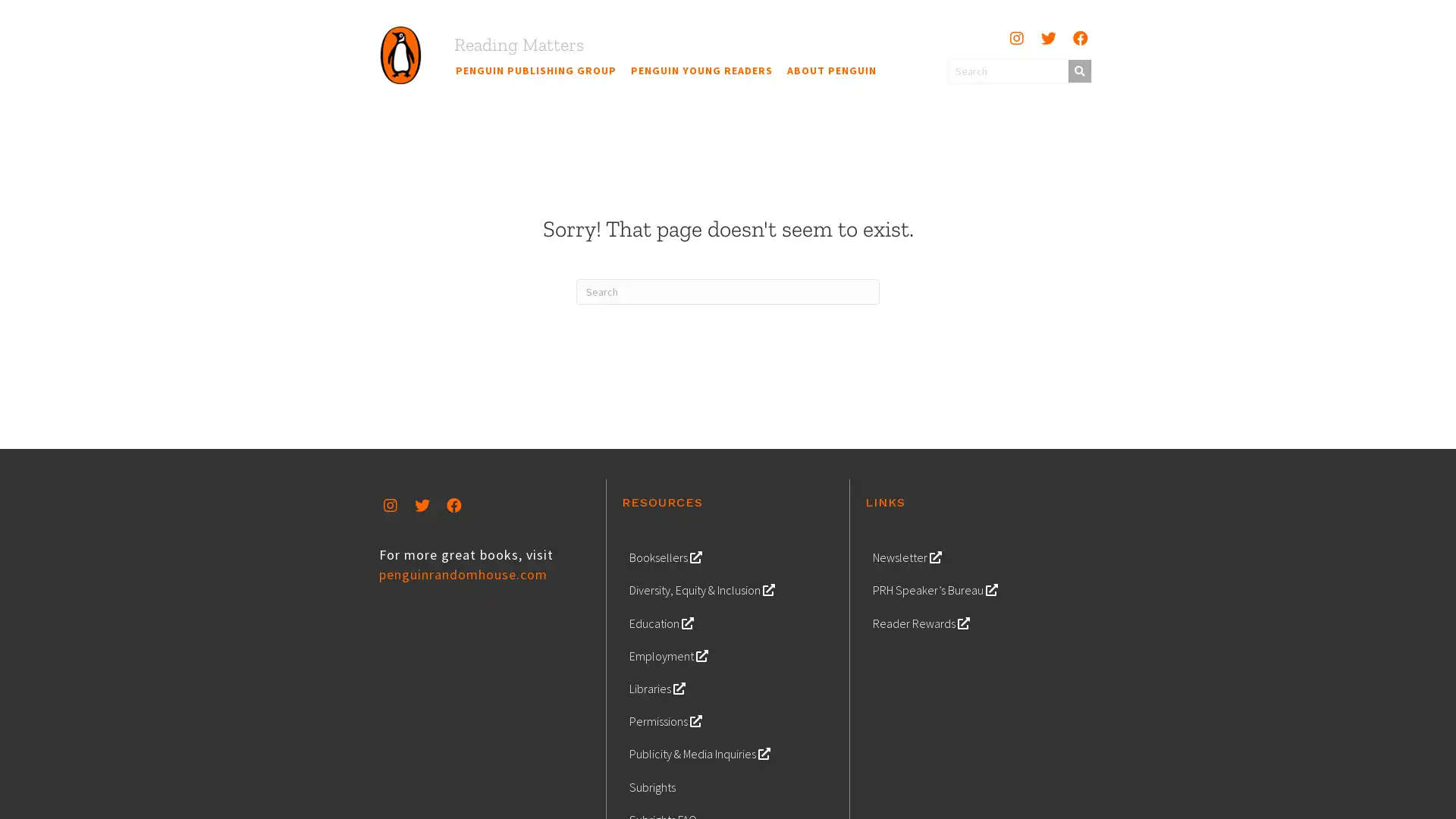 The height and width of the screenshot is (819, 1456). I want to click on Facebook, so click(453, 505).